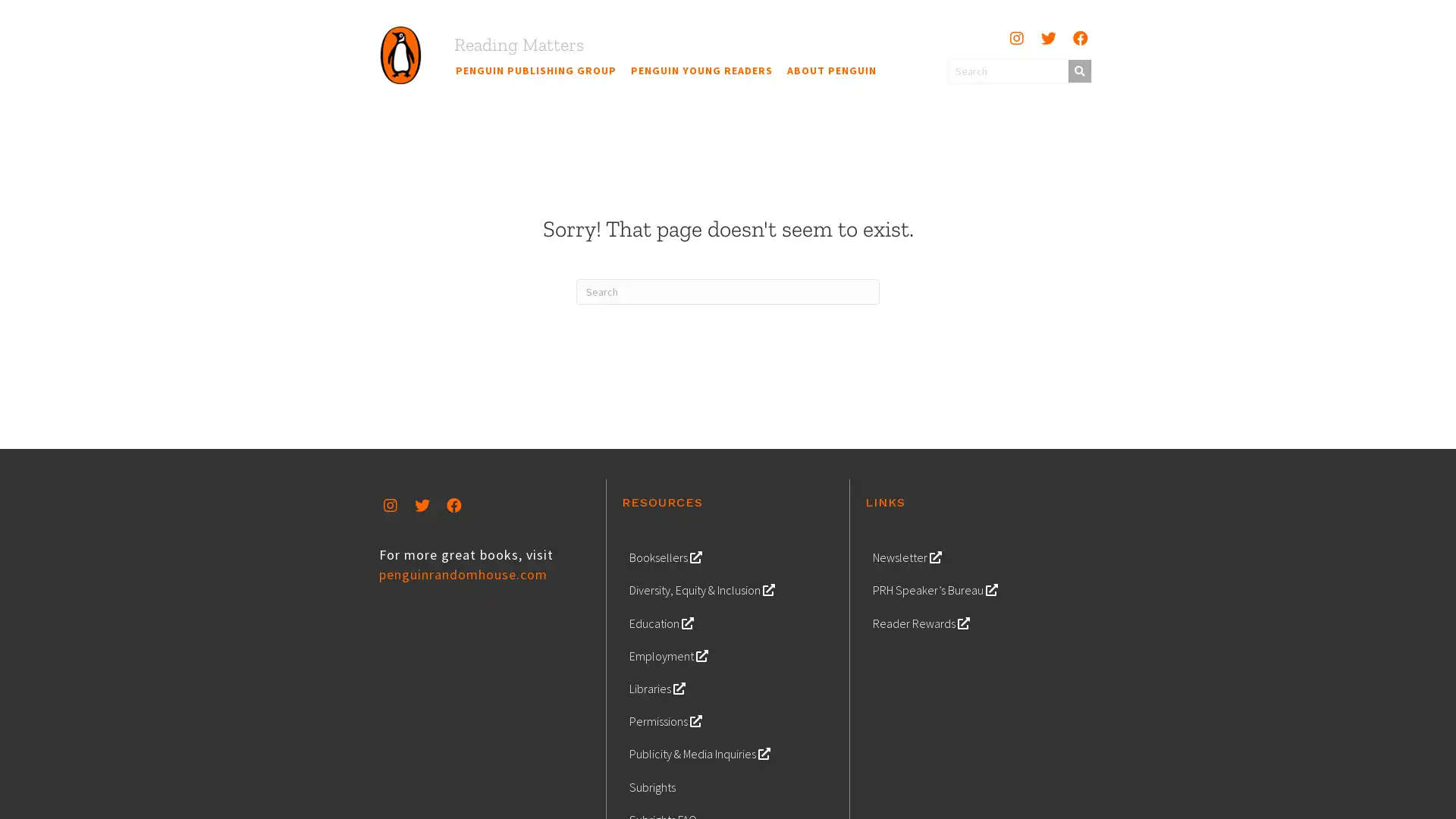 The height and width of the screenshot is (819, 1456). I want to click on Facebook, so click(453, 505).